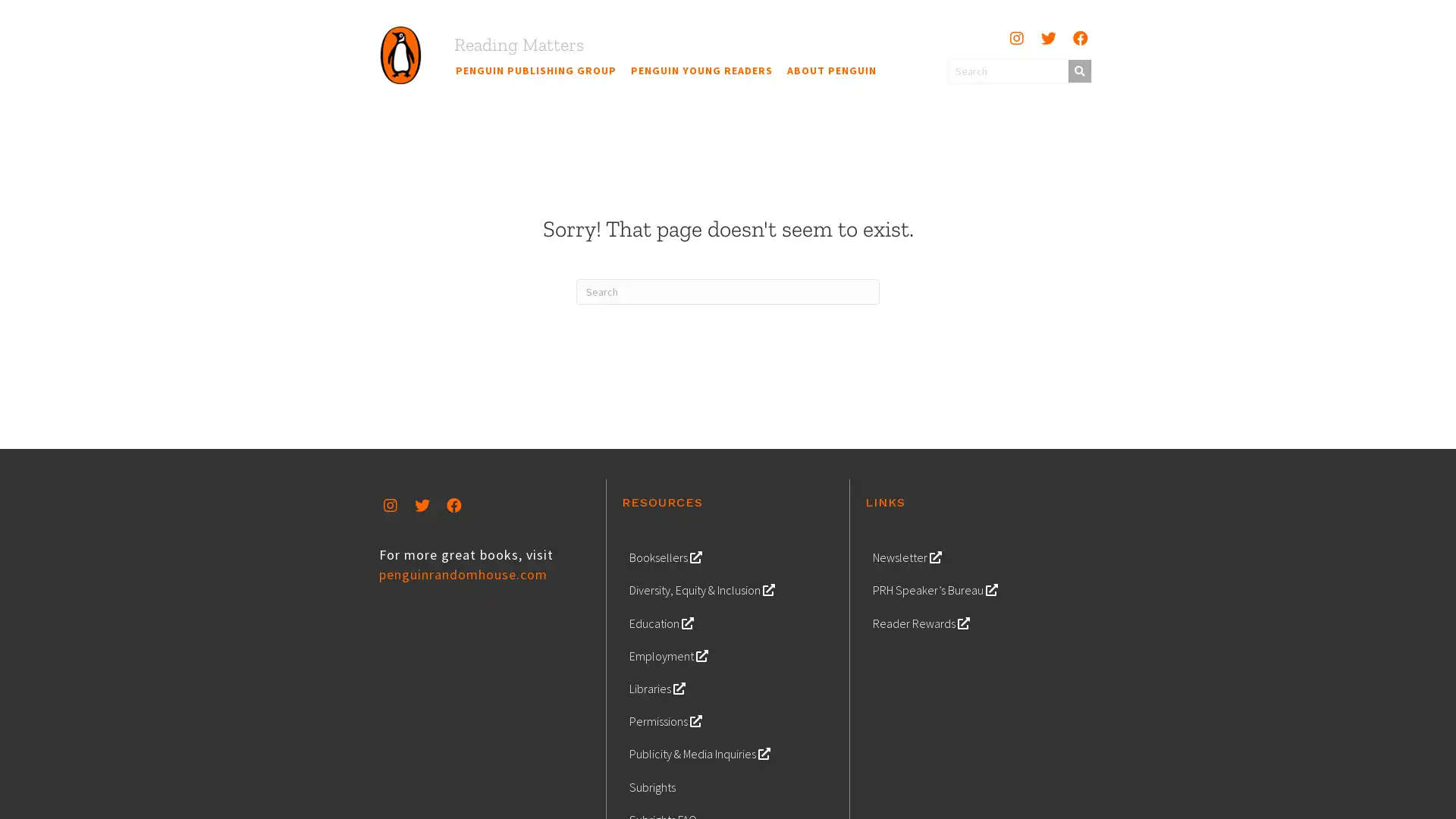 The height and width of the screenshot is (819, 1456). I want to click on Facebook, so click(453, 505).